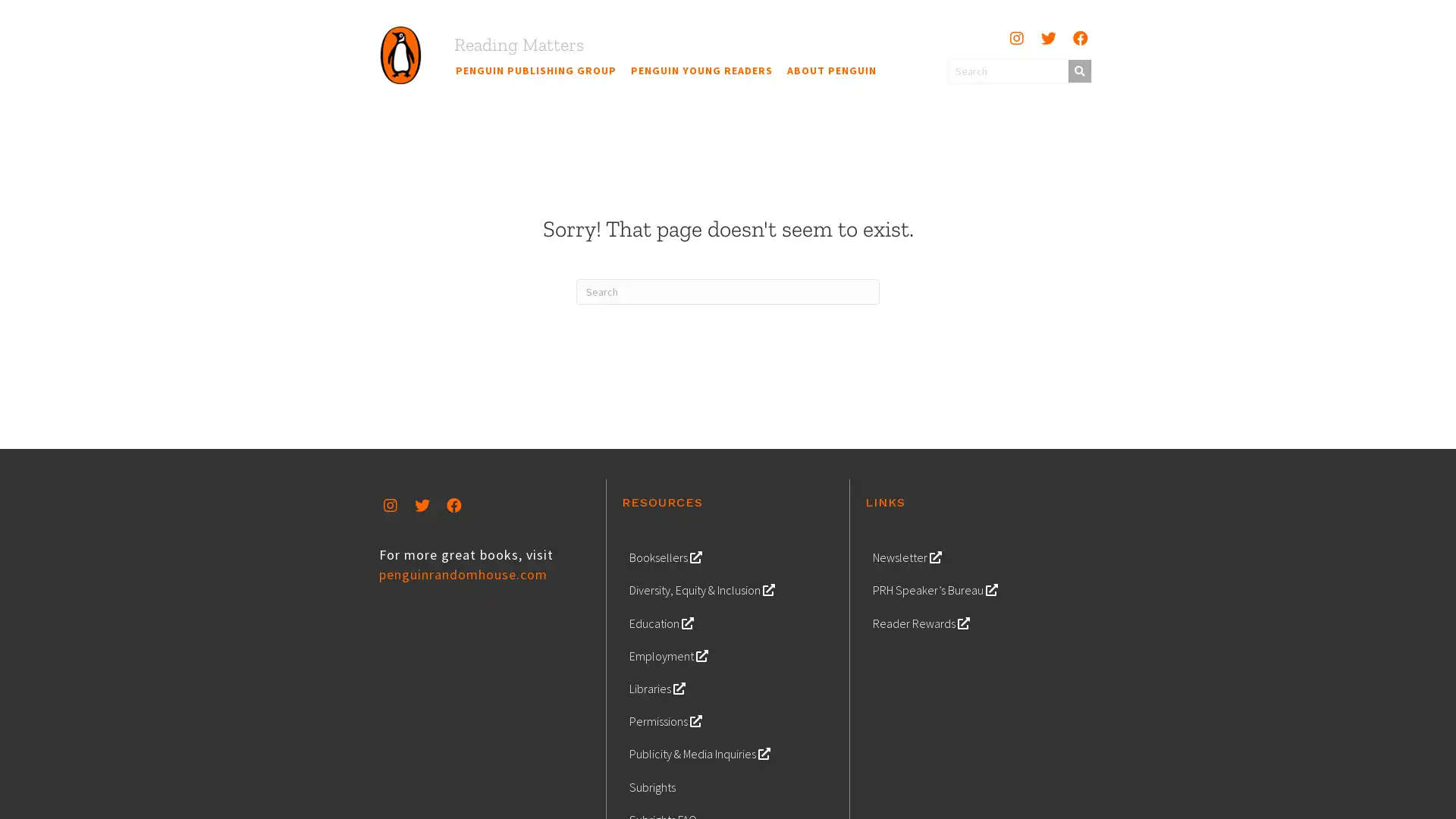 The height and width of the screenshot is (819, 1456). I want to click on Facebook, so click(453, 505).